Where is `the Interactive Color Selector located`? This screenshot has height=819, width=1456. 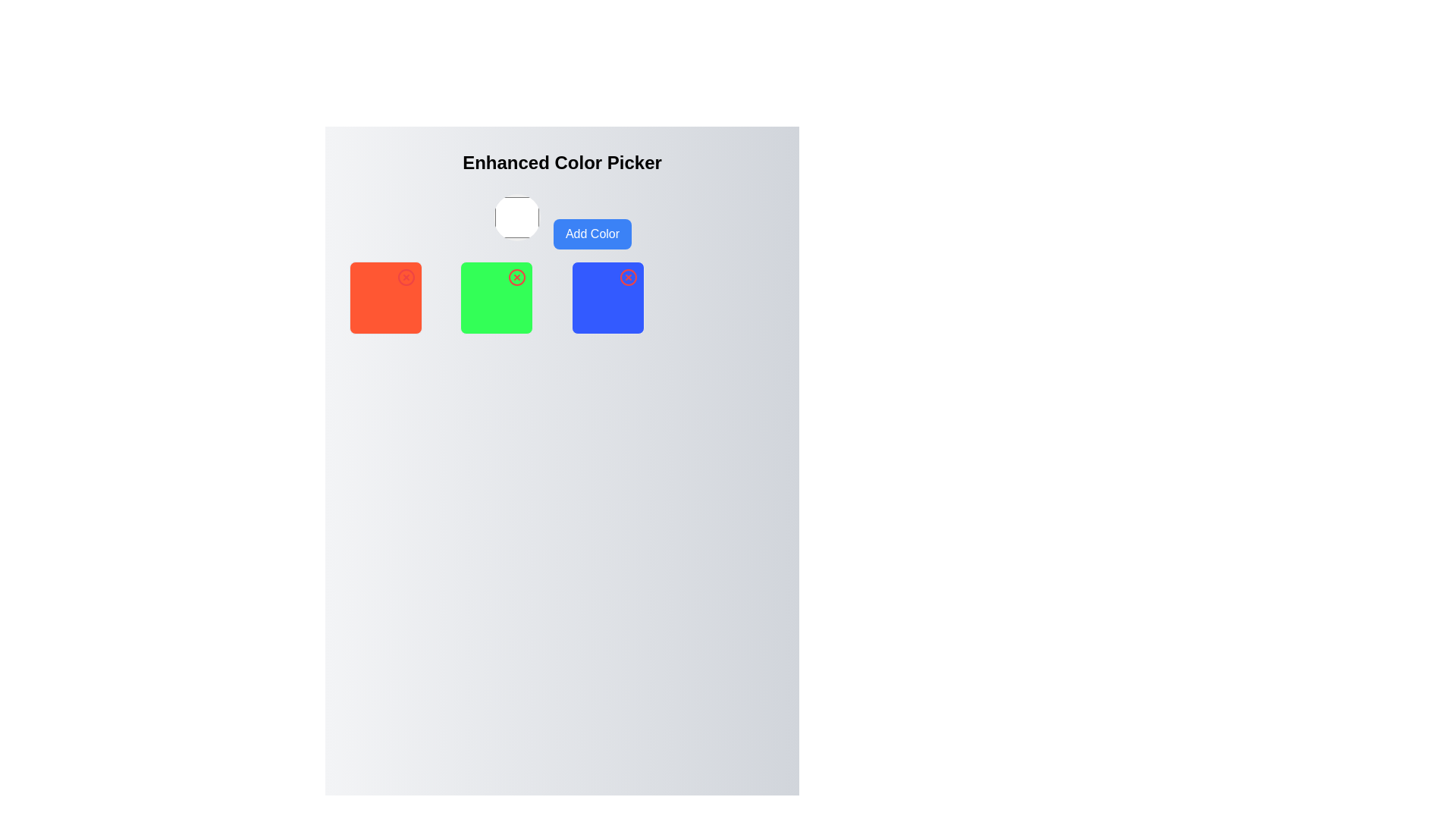
the Interactive Color Selector located is located at coordinates (516, 217).